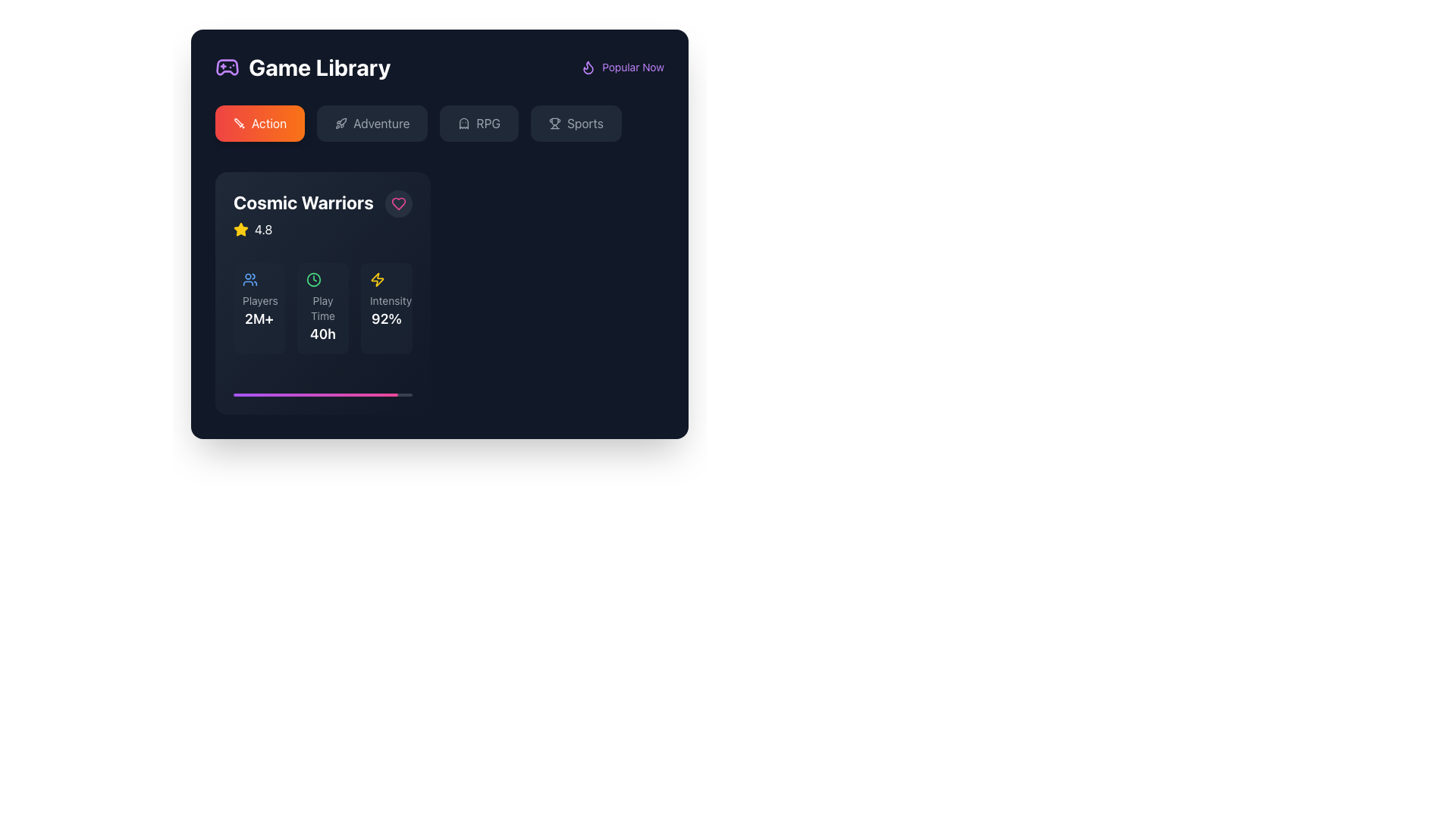 The image size is (1456, 819). I want to click on the category selector in the navigation bar, so click(439, 125).